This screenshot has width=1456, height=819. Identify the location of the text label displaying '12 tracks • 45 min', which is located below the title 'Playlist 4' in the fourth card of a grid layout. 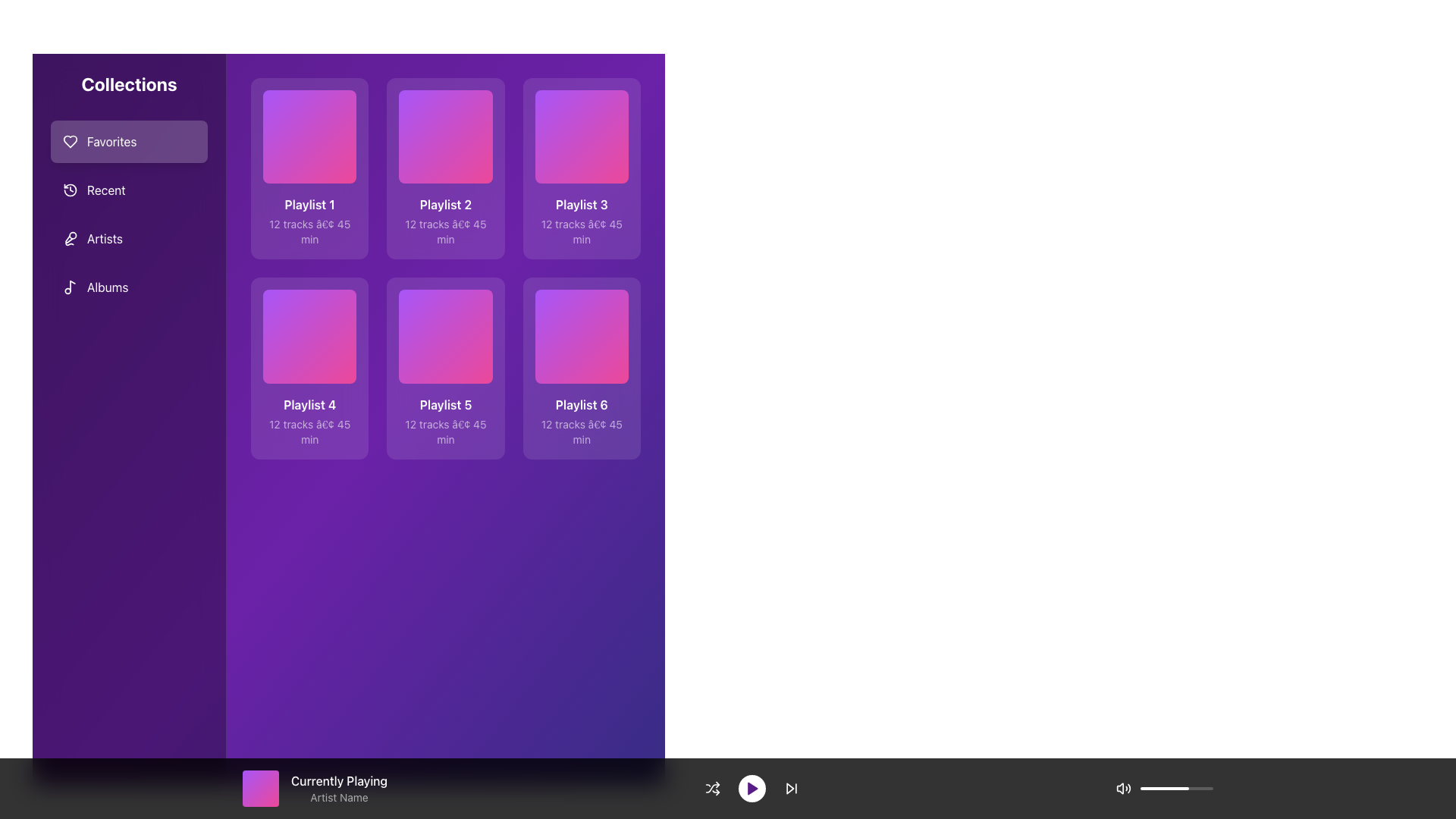
(309, 431).